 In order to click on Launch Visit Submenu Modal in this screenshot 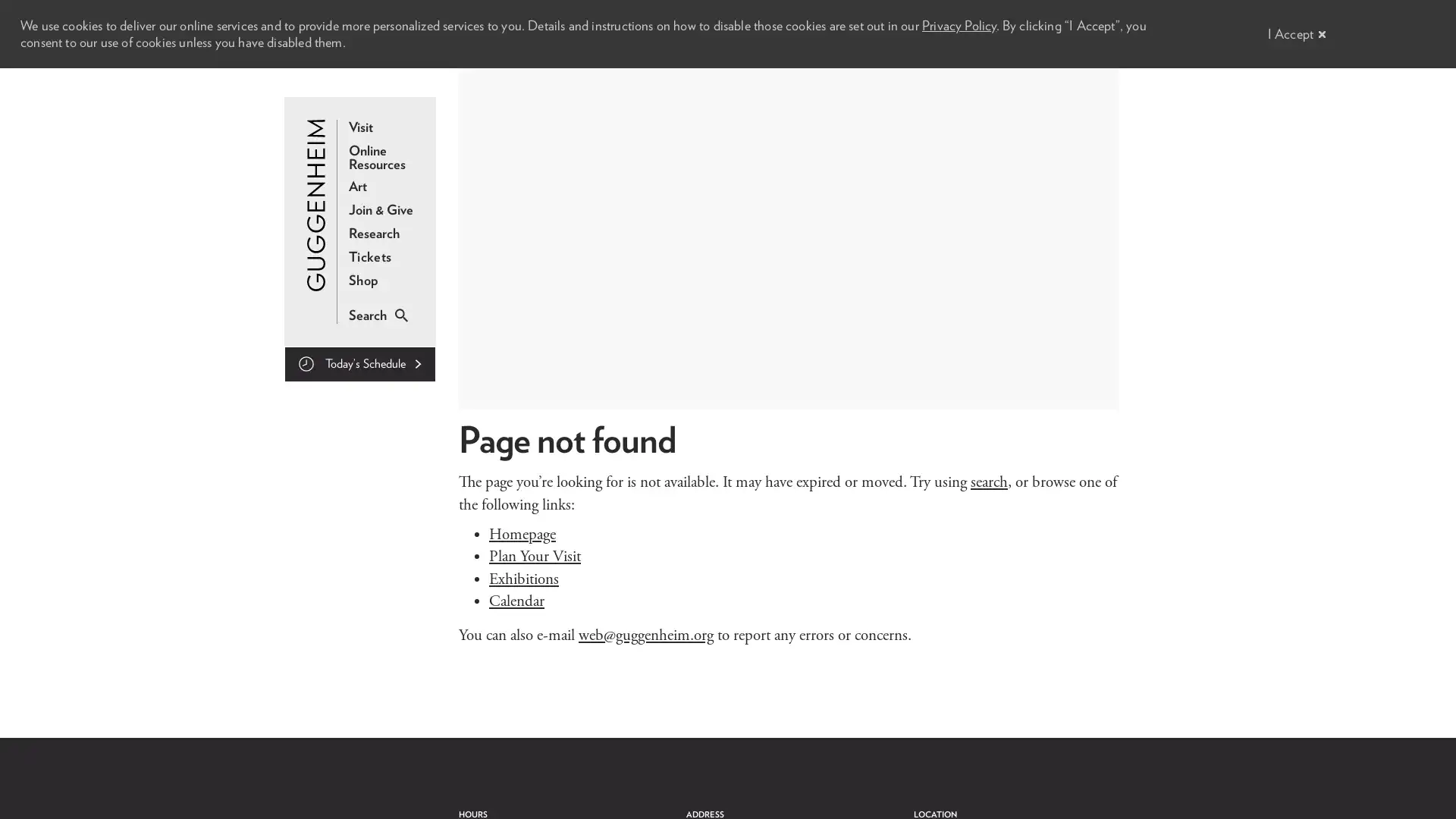, I will do `click(359, 127)`.